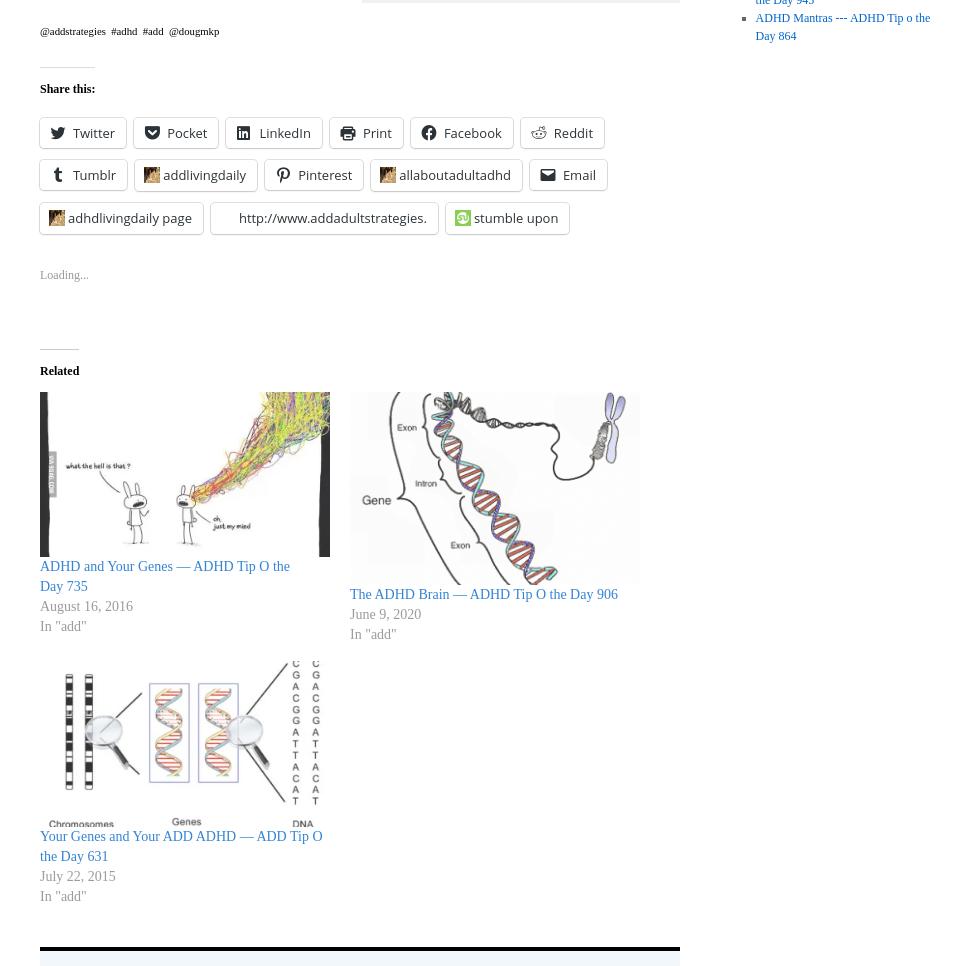 Image resolution: width=980 pixels, height=966 pixels. Describe the element at coordinates (515, 215) in the screenshot. I see `'stumble upon'` at that location.